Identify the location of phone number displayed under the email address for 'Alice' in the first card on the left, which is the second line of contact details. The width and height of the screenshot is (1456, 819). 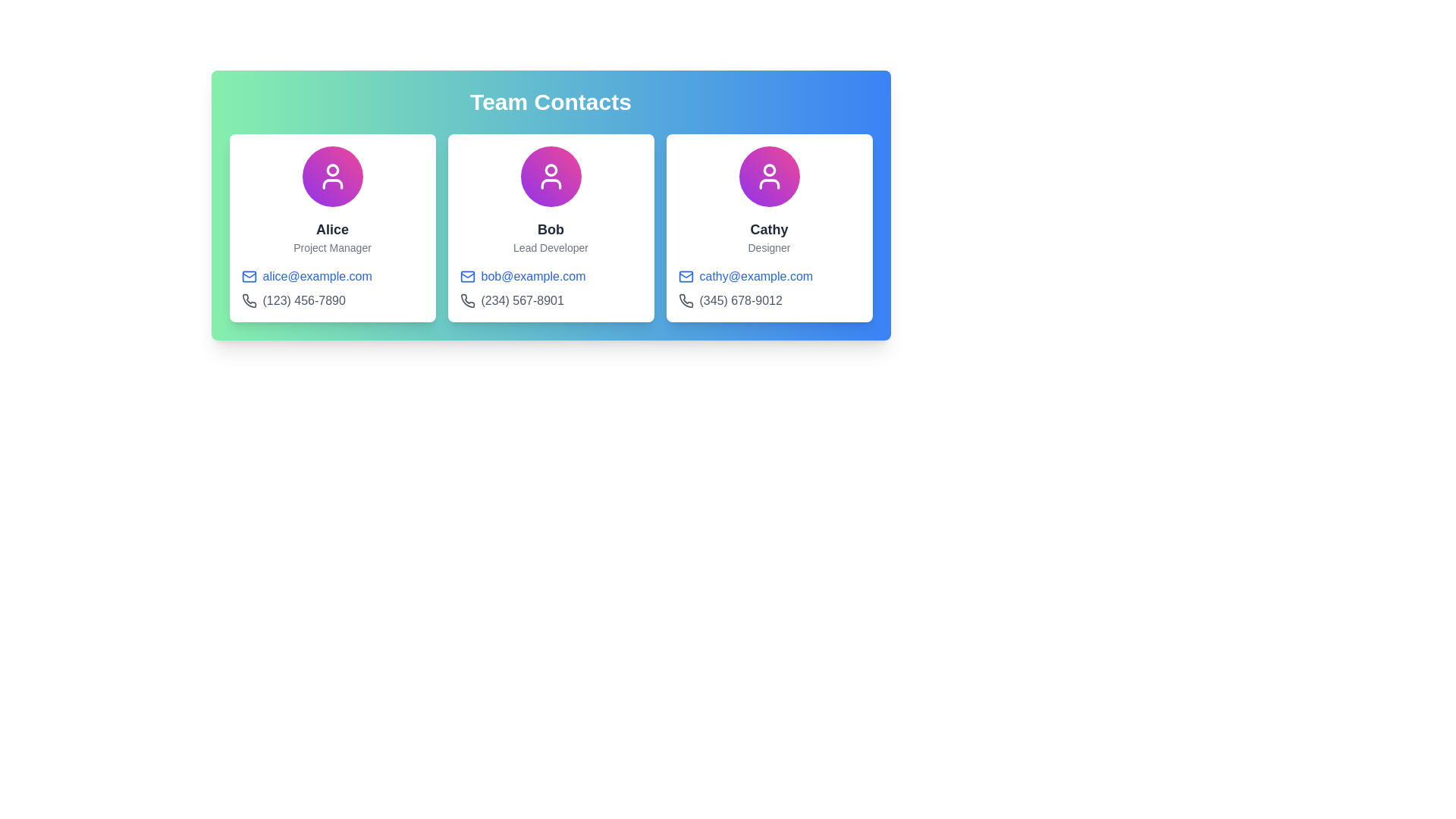
(331, 301).